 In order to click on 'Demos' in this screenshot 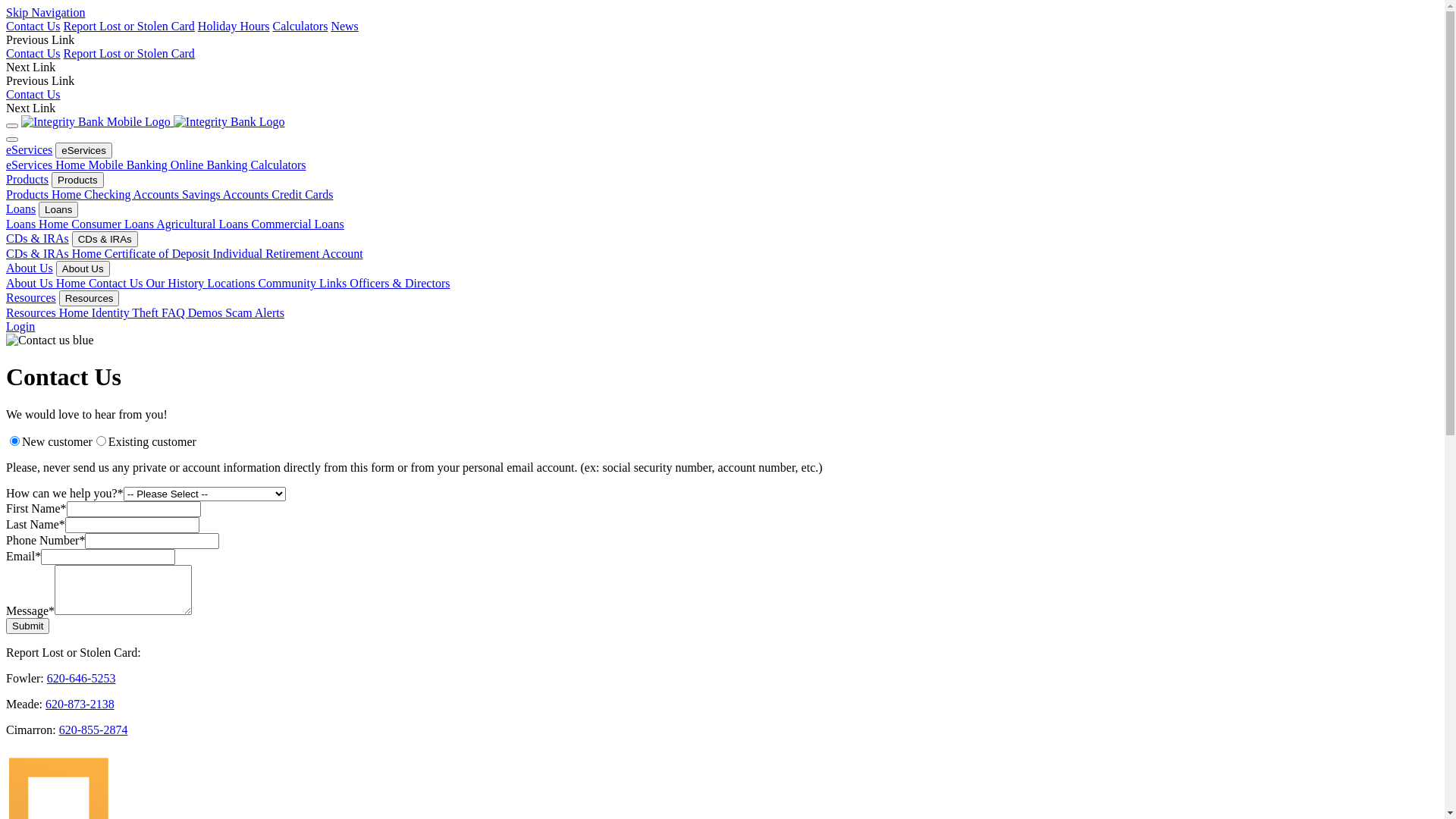, I will do `click(187, 312)`.